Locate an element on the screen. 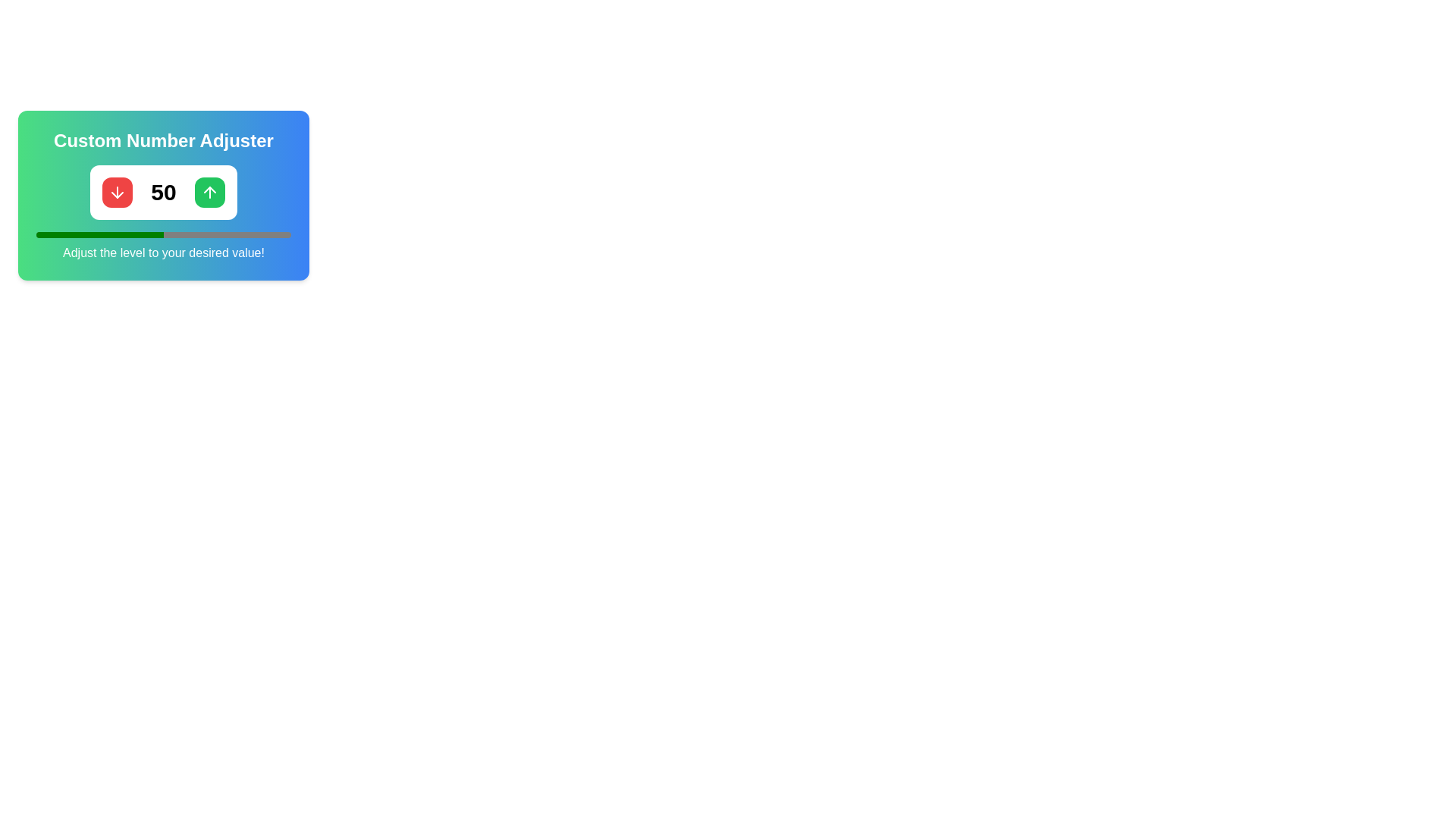  the upward arrow icon with a green background to increment the value is located at coordinates (209, 192).